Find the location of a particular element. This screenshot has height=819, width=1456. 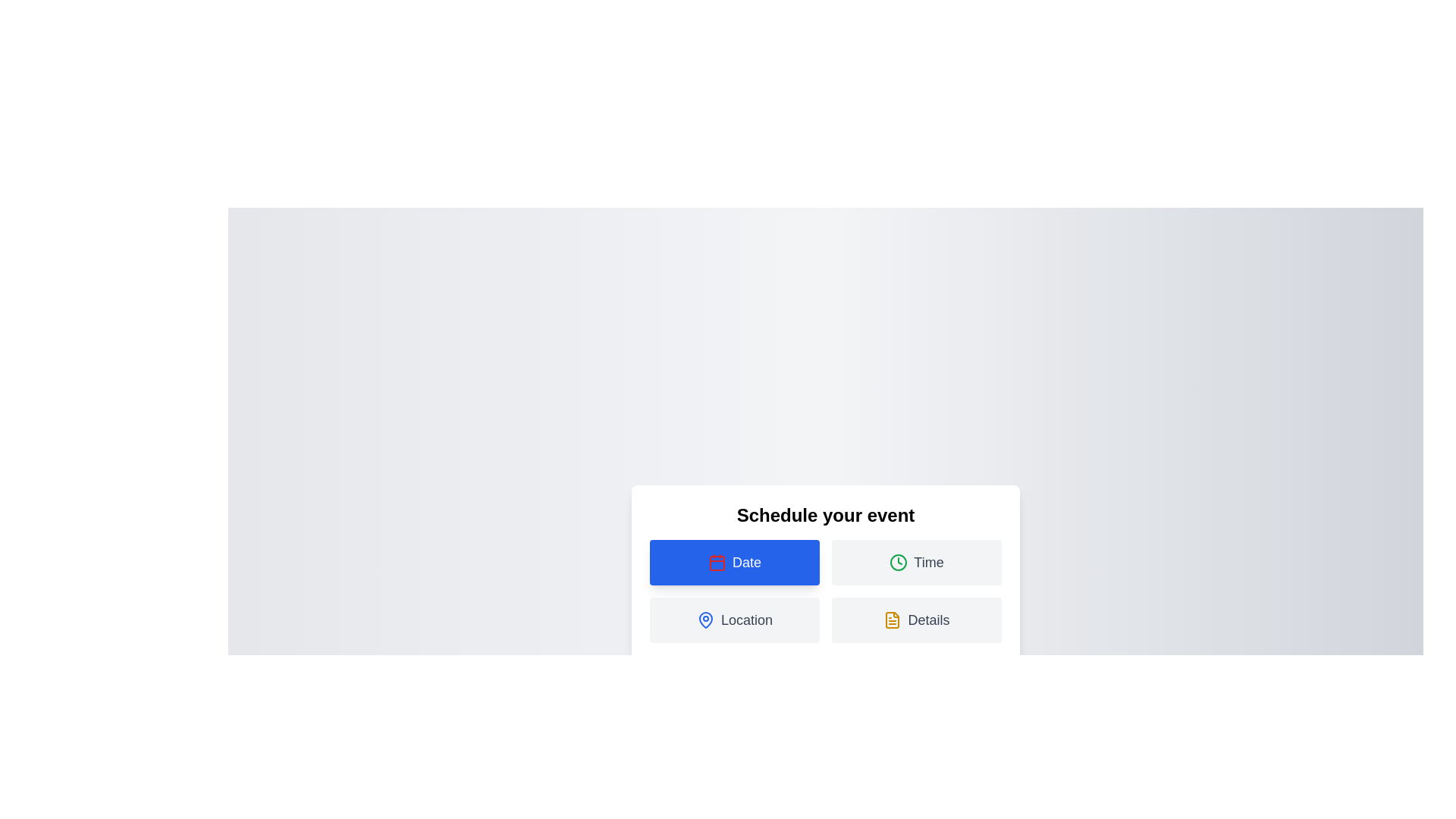

the 'Location' interactive button, which features a blue map pin icon and bold gray text on a light gray background, to trigger a visual or textual prompt is located at coordinates (735, 620).